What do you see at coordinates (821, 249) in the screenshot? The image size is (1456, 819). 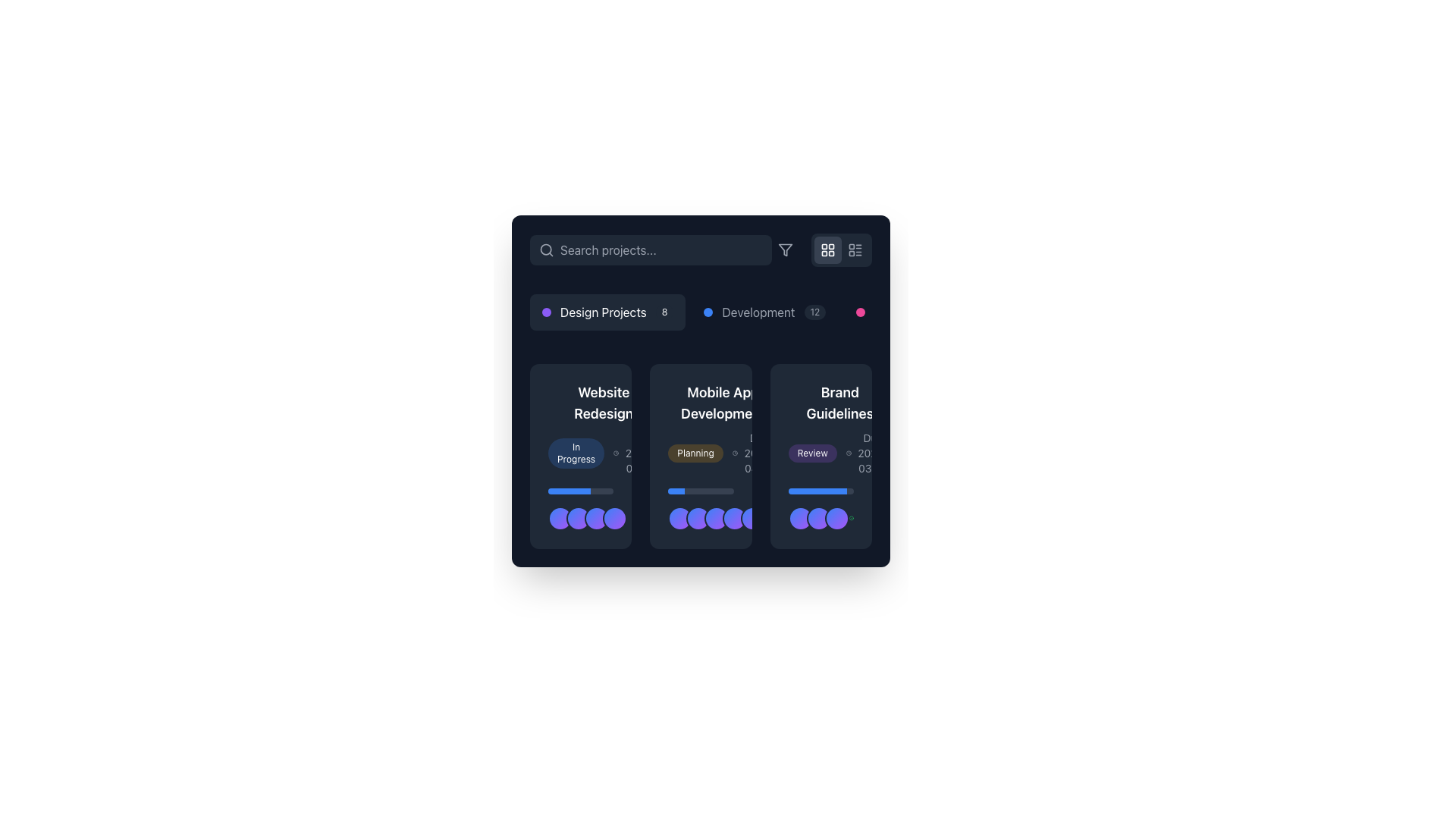 I see `the middle icon in the top right array to switch to grid layout view` at bounding box center [821, 249].